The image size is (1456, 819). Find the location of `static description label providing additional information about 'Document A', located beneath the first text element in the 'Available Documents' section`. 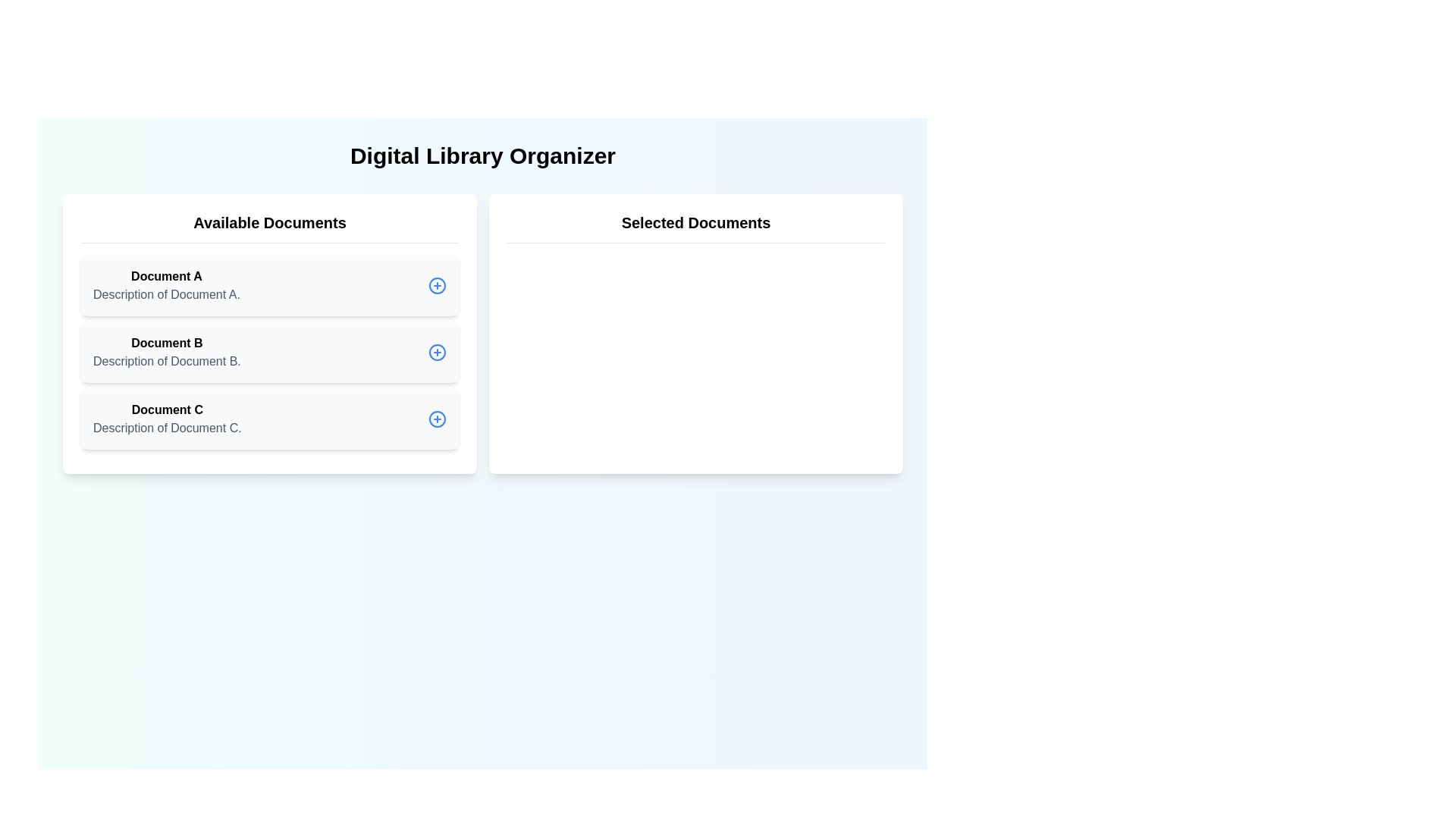

static description label providing additional information about 'Document A', located beneath the first text element in the 'Available Documents' section is located at coordinates (167, 295).